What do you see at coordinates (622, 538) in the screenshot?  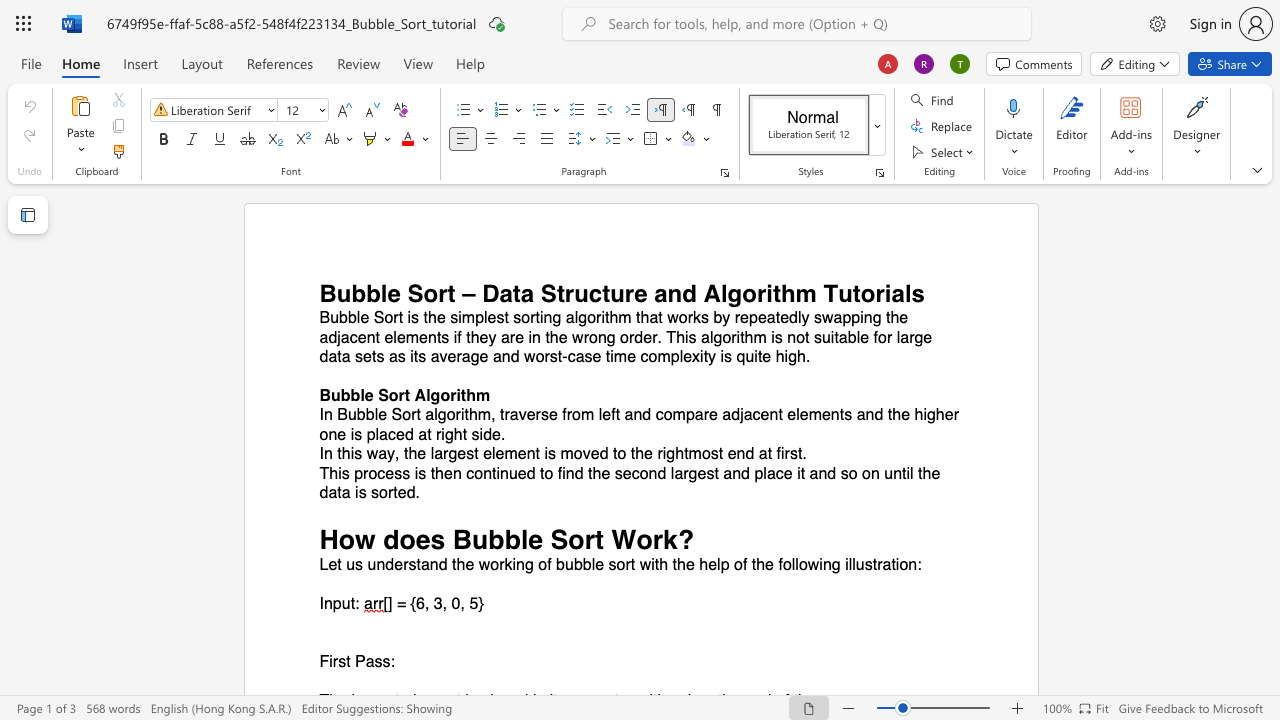 I see `the 1th character "W" in the text` at bounding box center [622, 538].